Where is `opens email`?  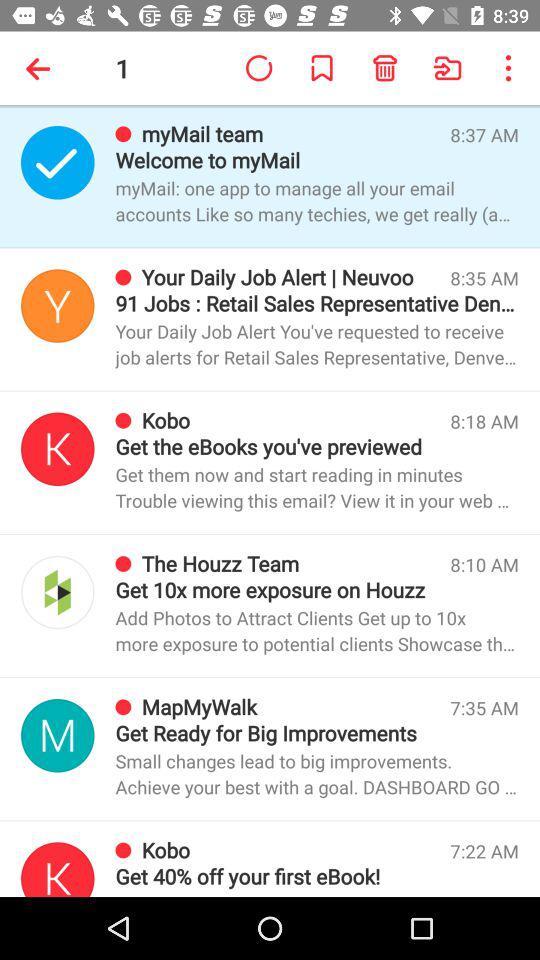 opens email is located at coordinates (57, 734).